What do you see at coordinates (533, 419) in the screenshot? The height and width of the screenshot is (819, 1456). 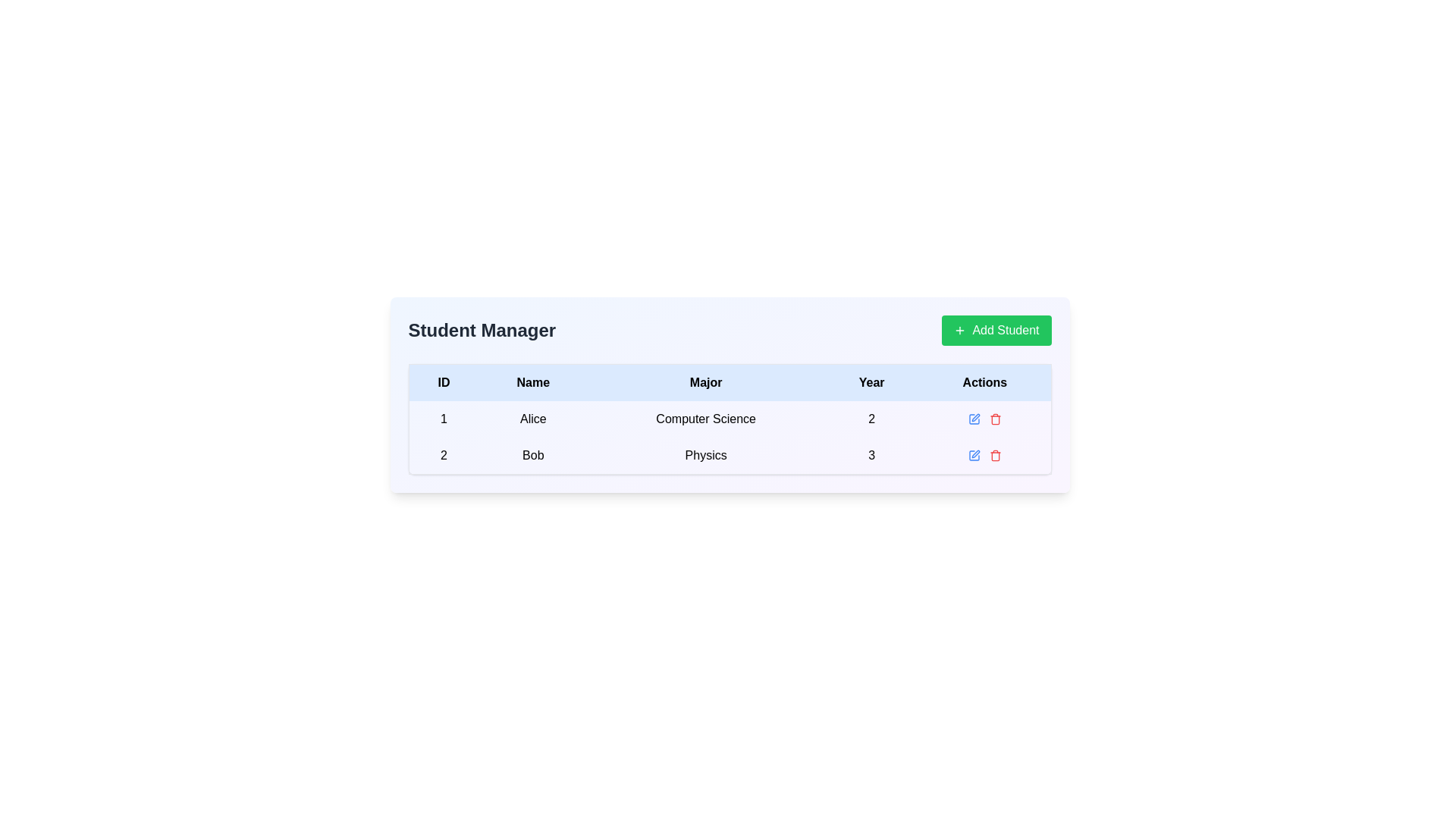 I see `the text display element that reads 'Alice', which is center-aligned and located in the first row, second cell under the 'Name' column in a table-like structure` at bounding box center [533, 419].